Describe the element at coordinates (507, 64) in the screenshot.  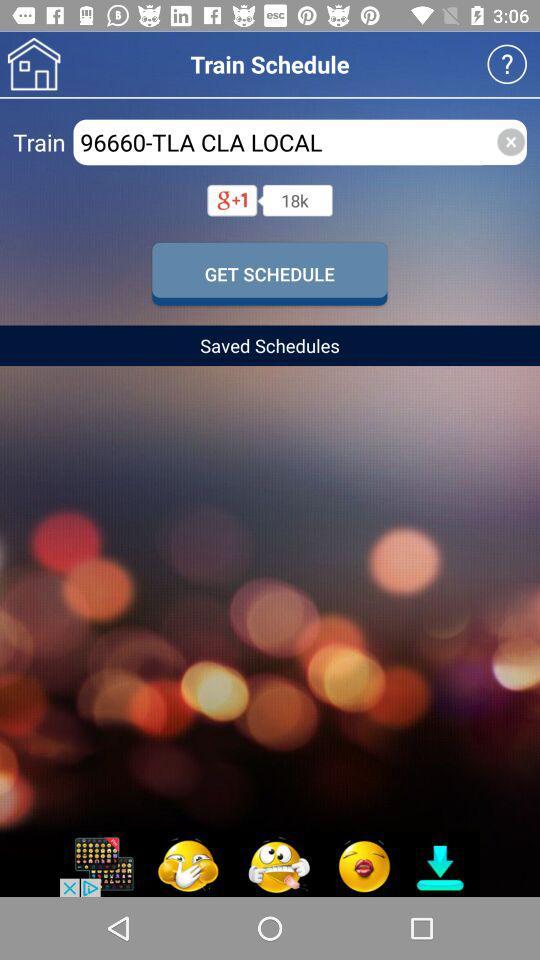
I see `the help icon` at that location.